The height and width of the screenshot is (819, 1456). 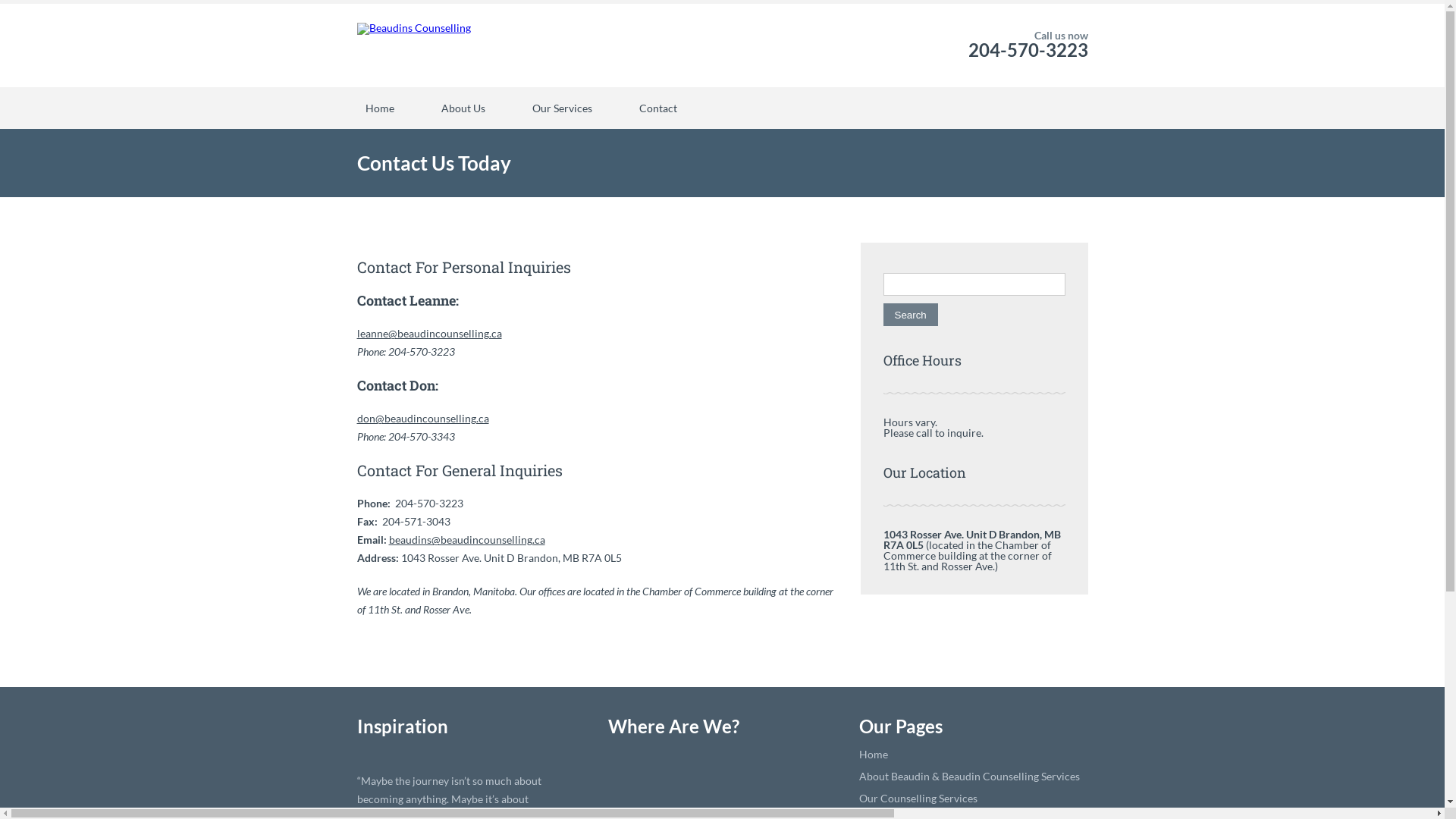 I want to click on 'Our Counselling Services', so click(x=916, y=797).